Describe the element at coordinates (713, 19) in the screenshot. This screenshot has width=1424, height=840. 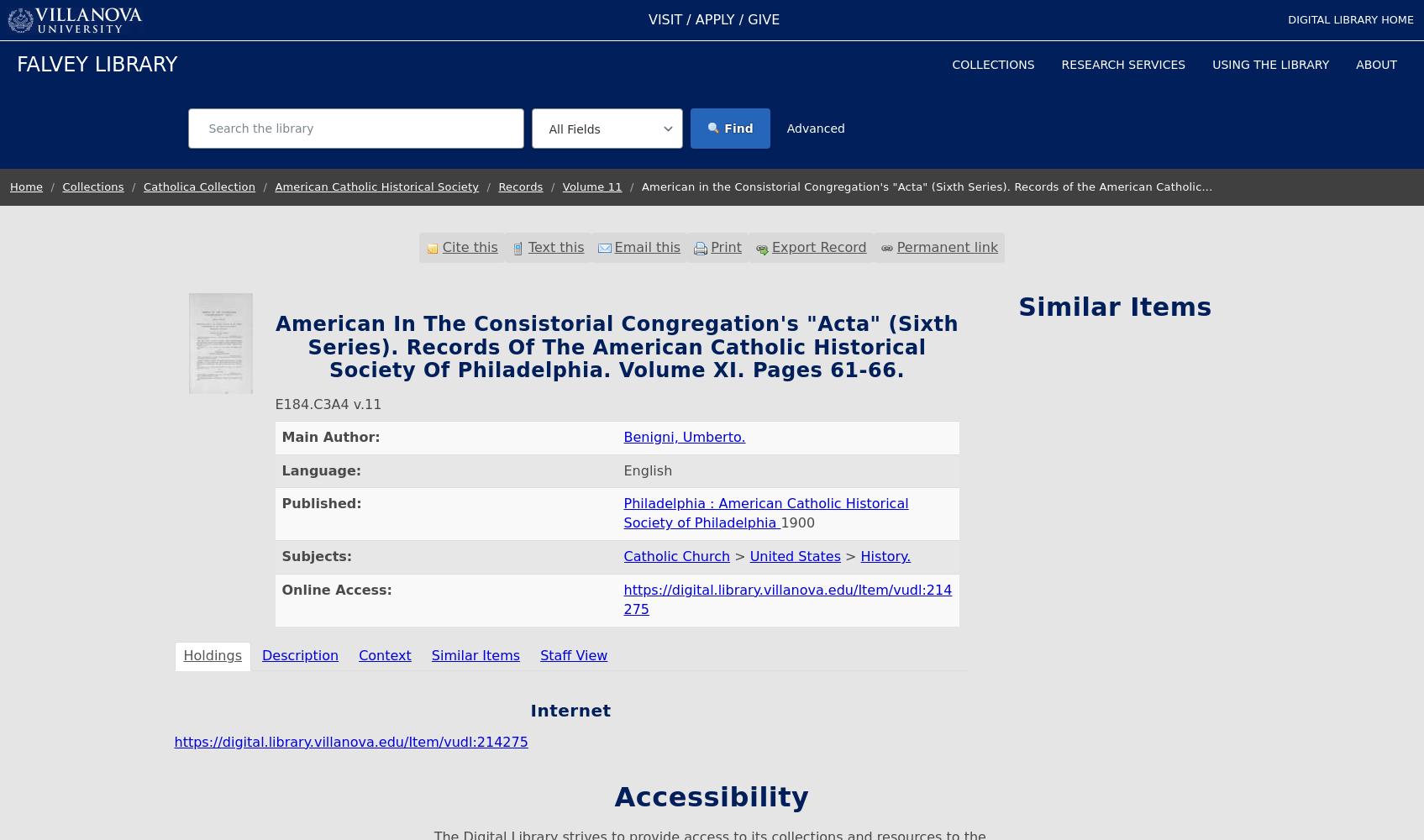
I see `'APPLY'` at that location.